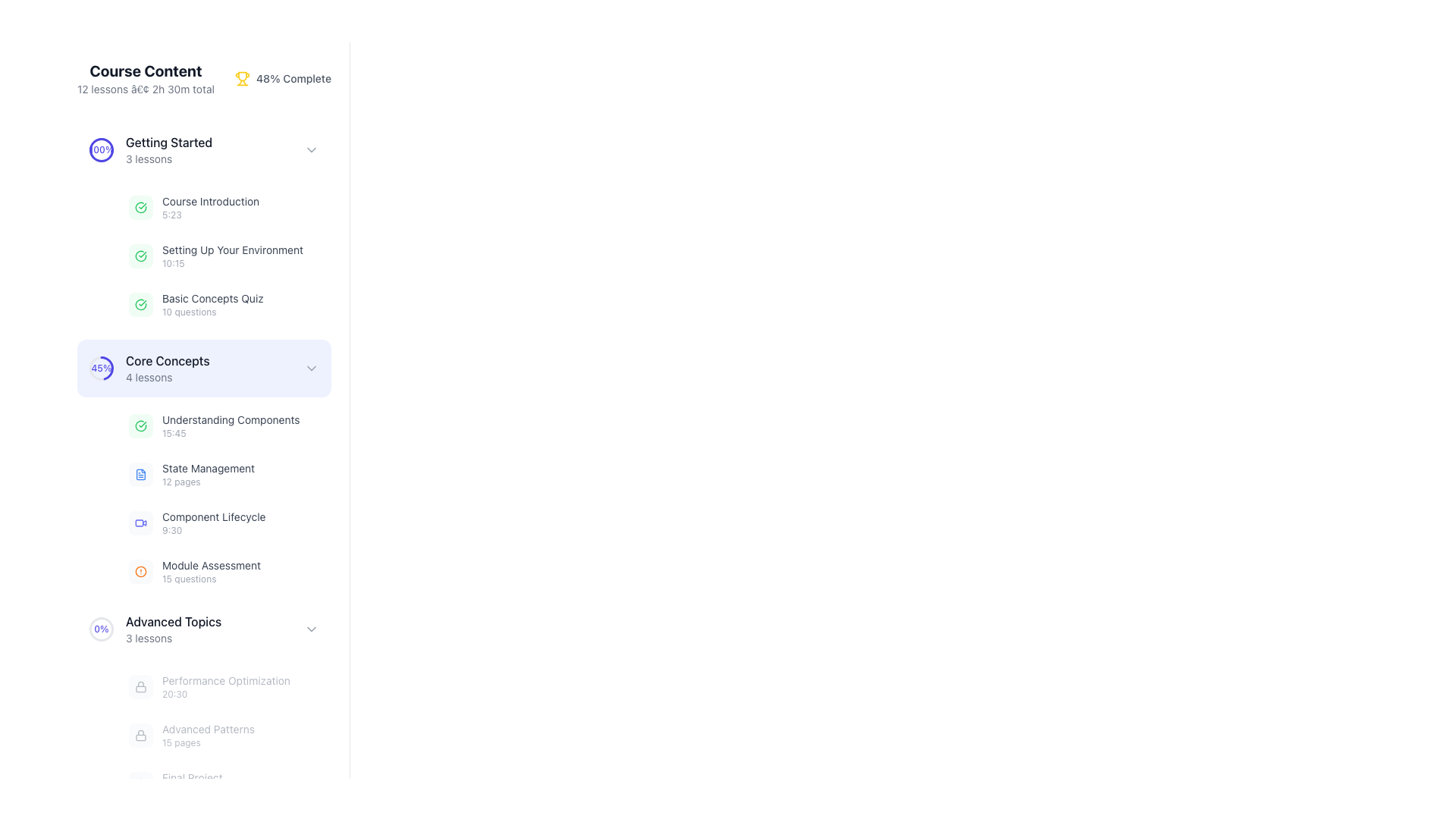 The width and height of the screenshot is (1456, 819). Describe the element at coordinates (141, 473) in the screenshot. I see `the blue square icon depicting a document representing the 'State Management' module in the 'Core Concepts' section, located at the top-left of the sidebar` at that location.